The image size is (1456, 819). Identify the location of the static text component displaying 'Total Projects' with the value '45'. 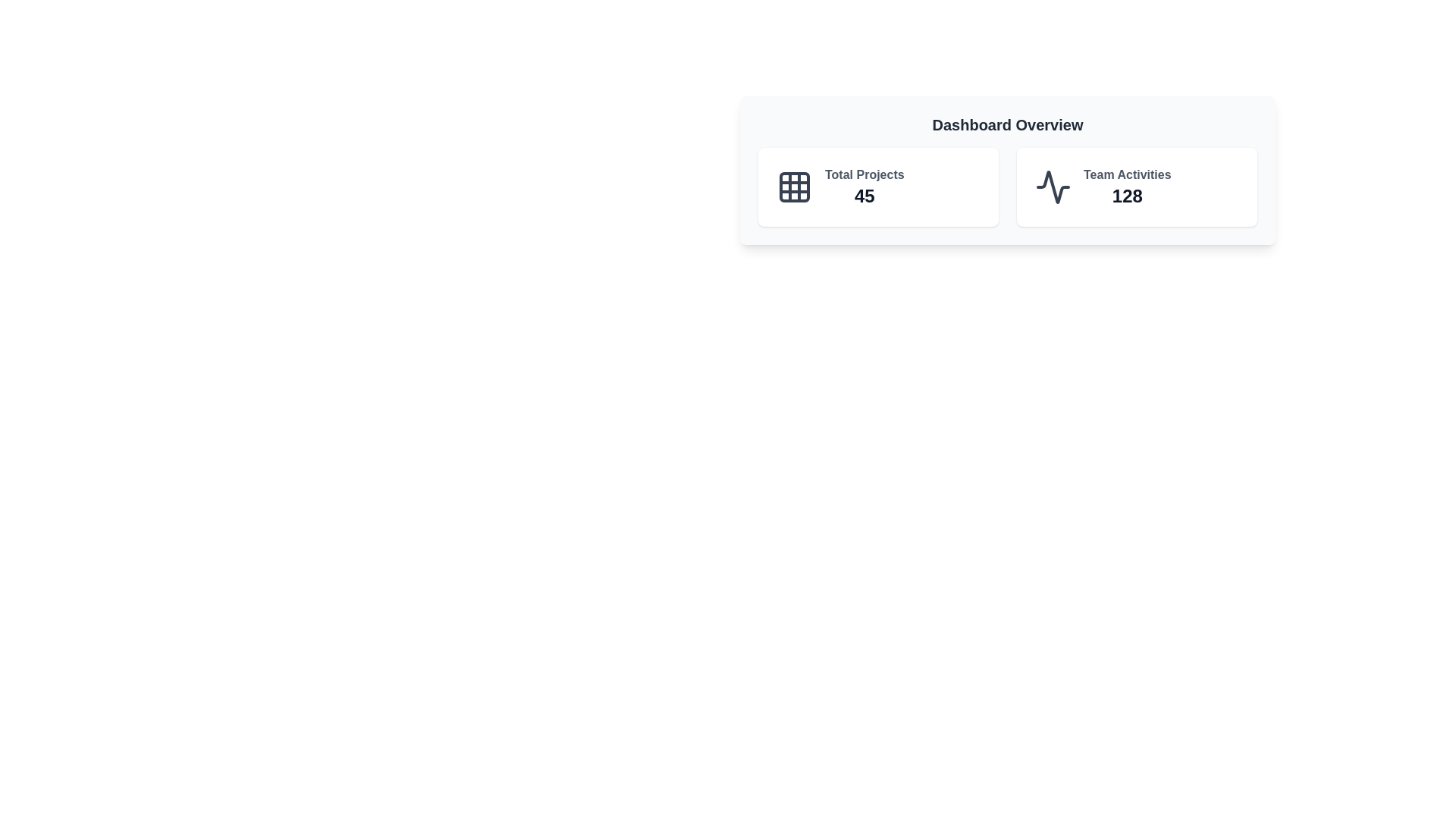
(864, 186).